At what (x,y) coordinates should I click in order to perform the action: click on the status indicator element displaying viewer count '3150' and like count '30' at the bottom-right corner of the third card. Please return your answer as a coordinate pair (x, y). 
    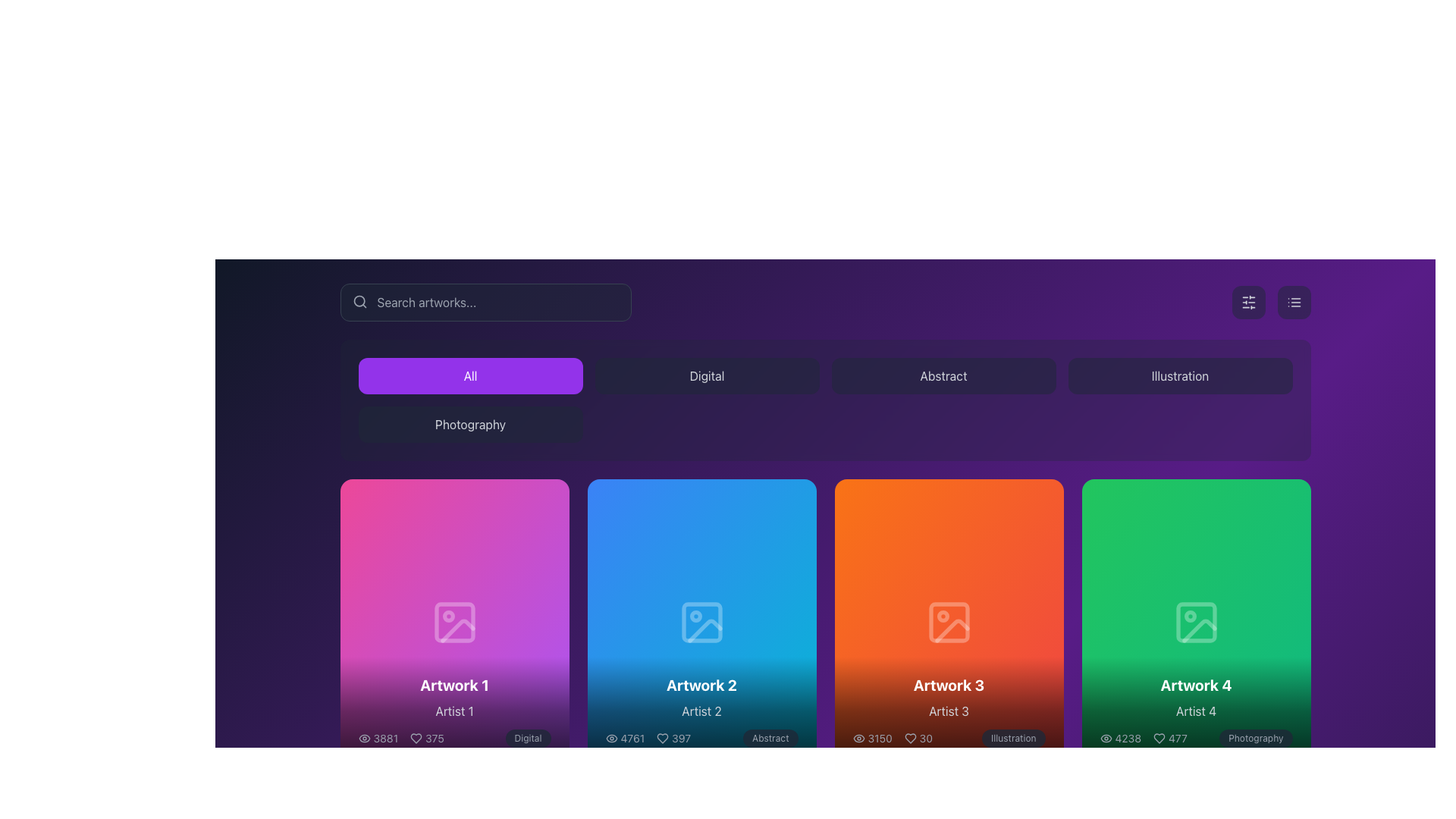
    Looking at the image, I should click on (893, 737).